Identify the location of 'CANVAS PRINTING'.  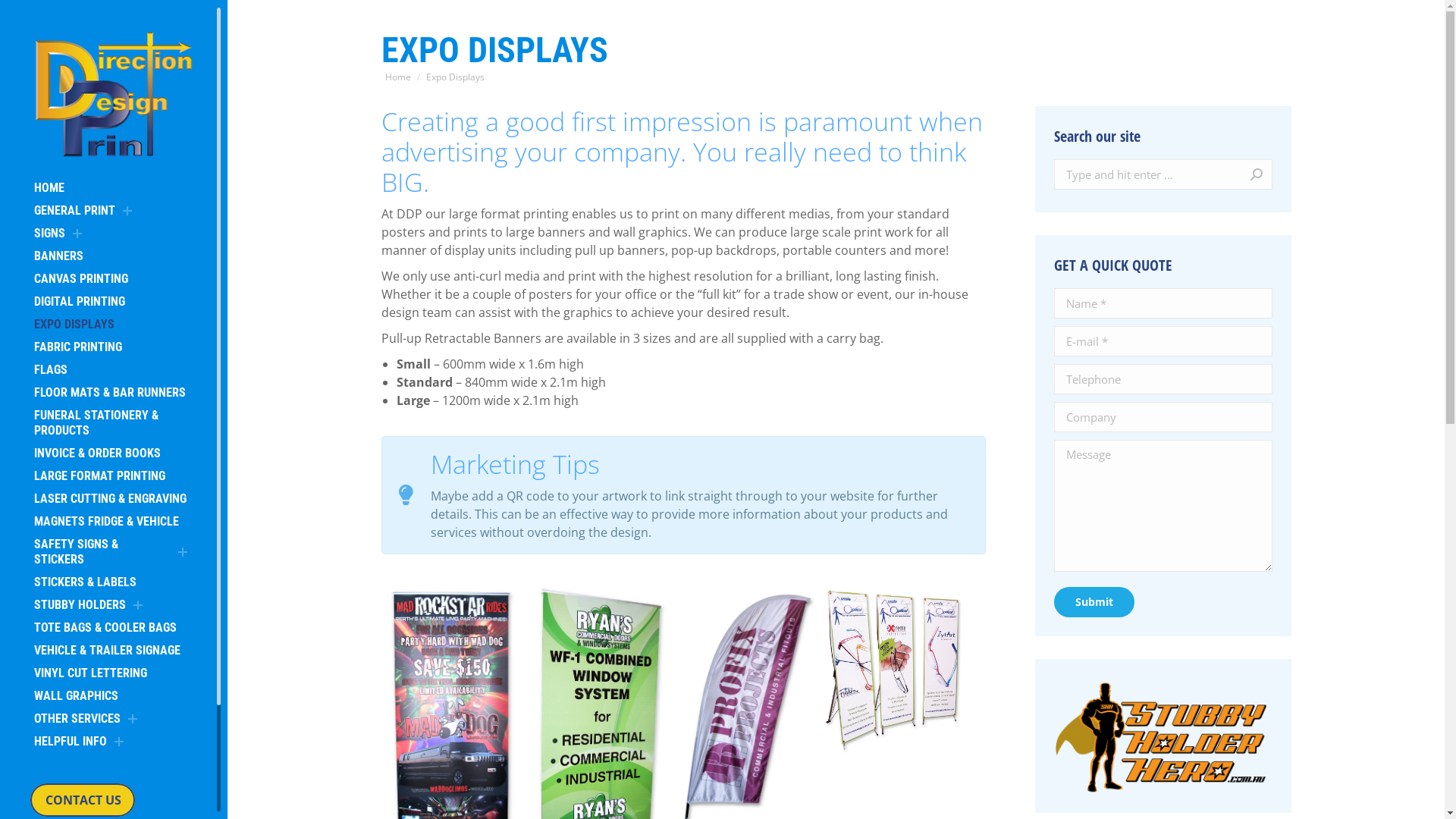
(80, 278).